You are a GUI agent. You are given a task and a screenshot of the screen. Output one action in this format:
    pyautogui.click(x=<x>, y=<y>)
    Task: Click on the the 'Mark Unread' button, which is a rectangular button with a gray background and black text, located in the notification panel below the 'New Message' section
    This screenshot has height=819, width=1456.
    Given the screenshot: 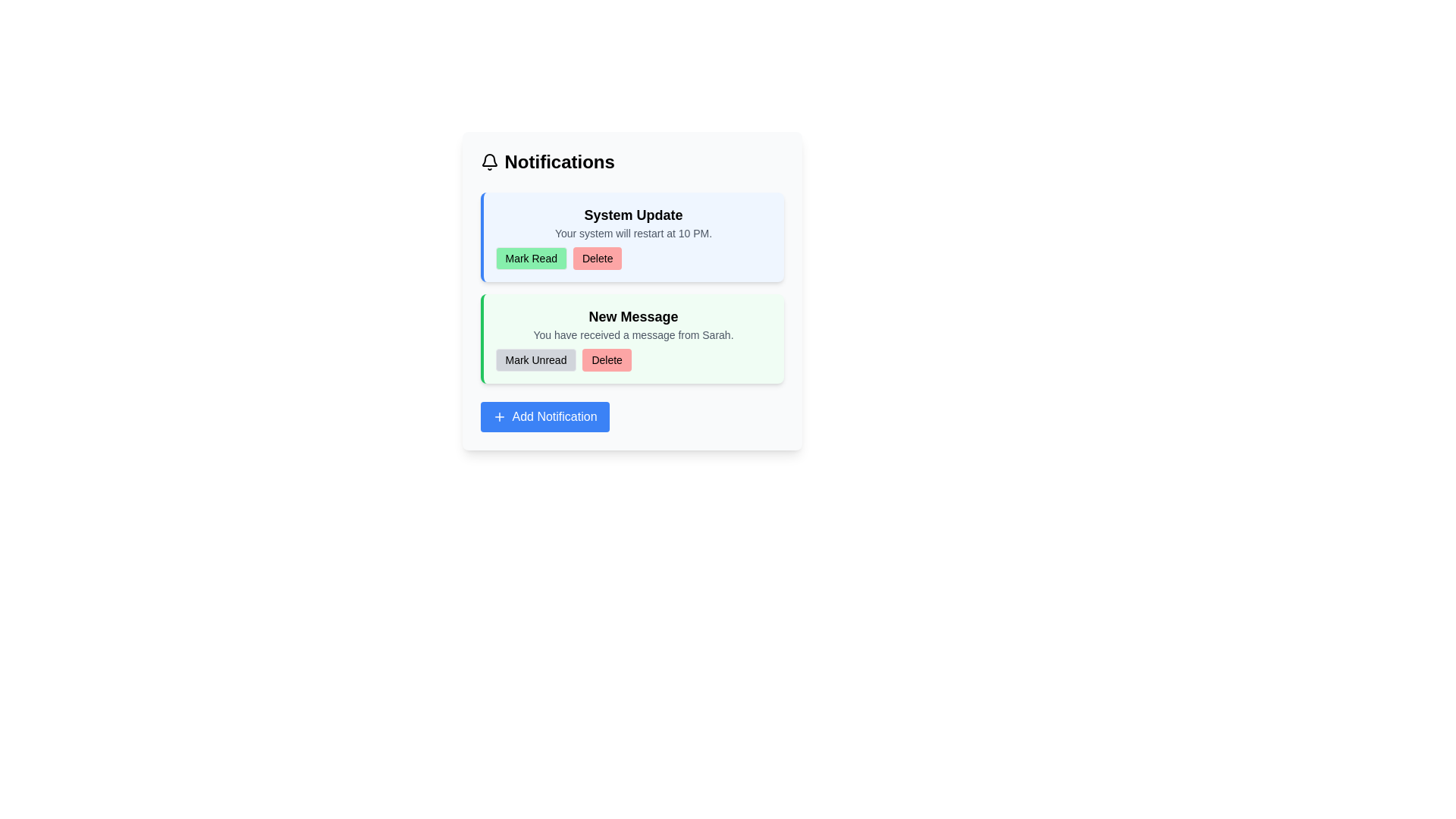 What is the action you would take?
    pyautogui.click(x=535, y=359)
    